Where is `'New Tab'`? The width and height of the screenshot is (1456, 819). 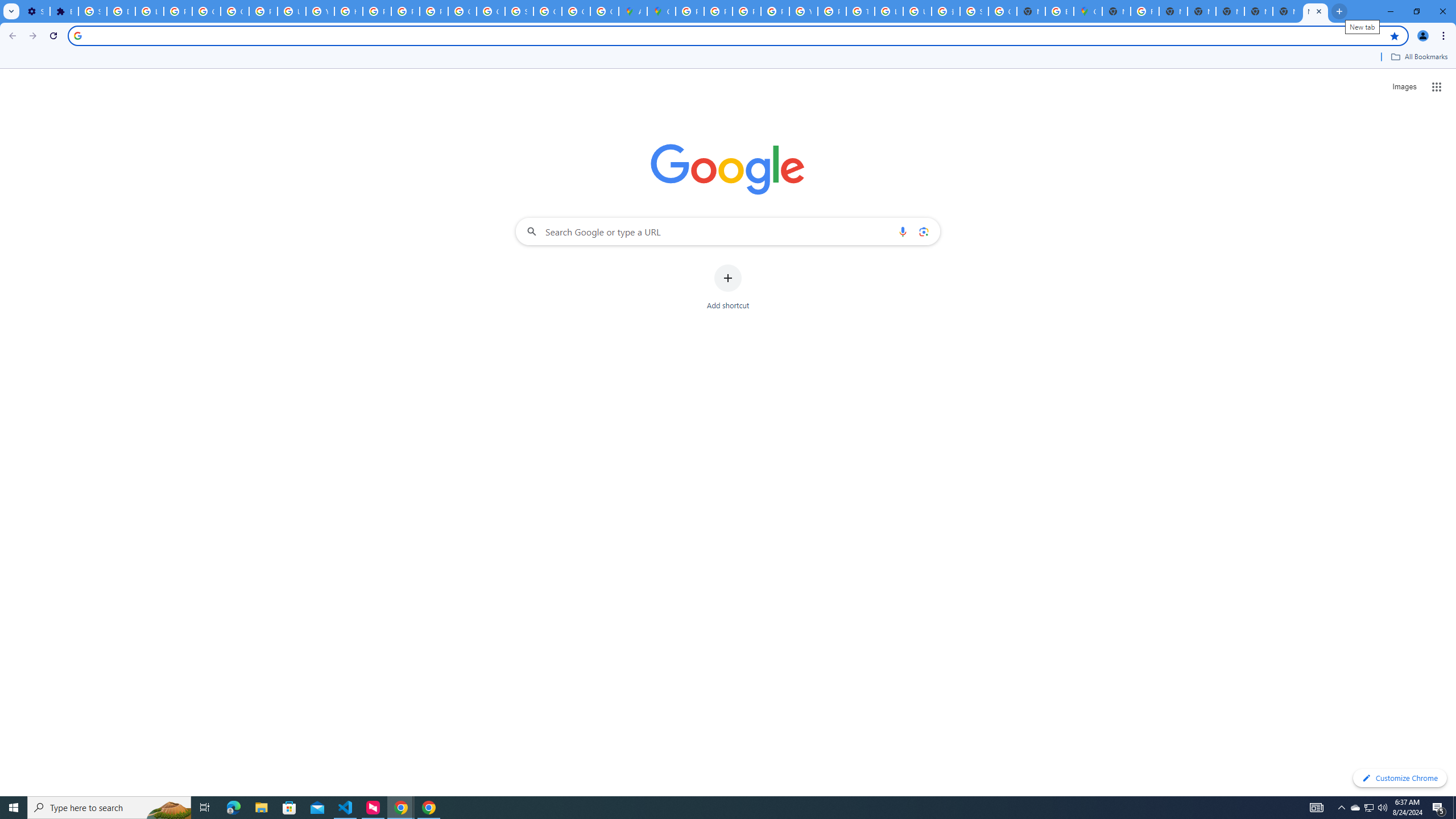
'New Tab' is located at coordinates (1259, 11).